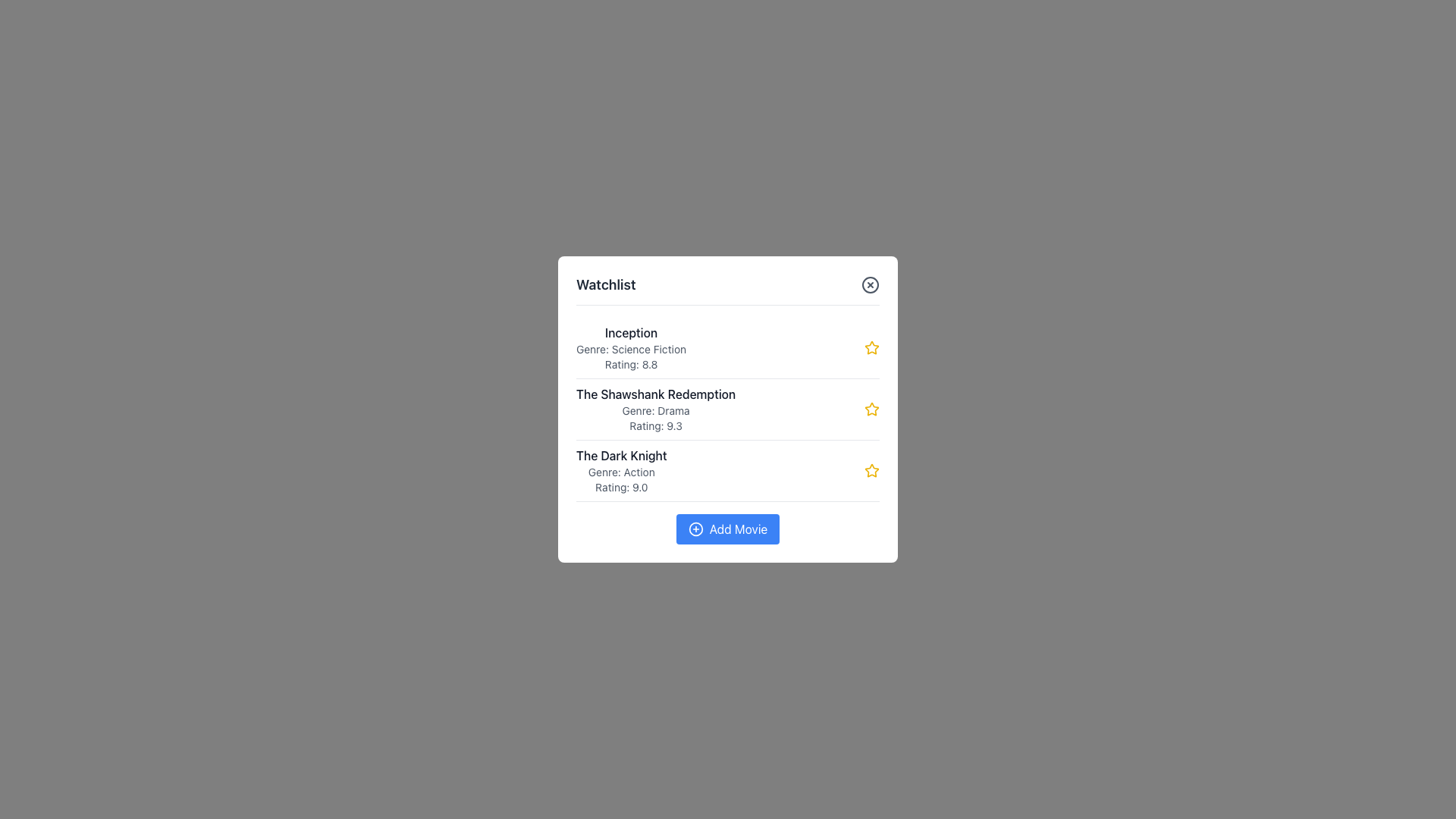 This screenshot has width=1456, height=819. Describe the element at coordinates (621, 472) in the screenshot. I see `text displayed in the genre label indicating 'Action', located beneath 'The Dark Knight' title and above 'Rating: 9.0'` at that location.